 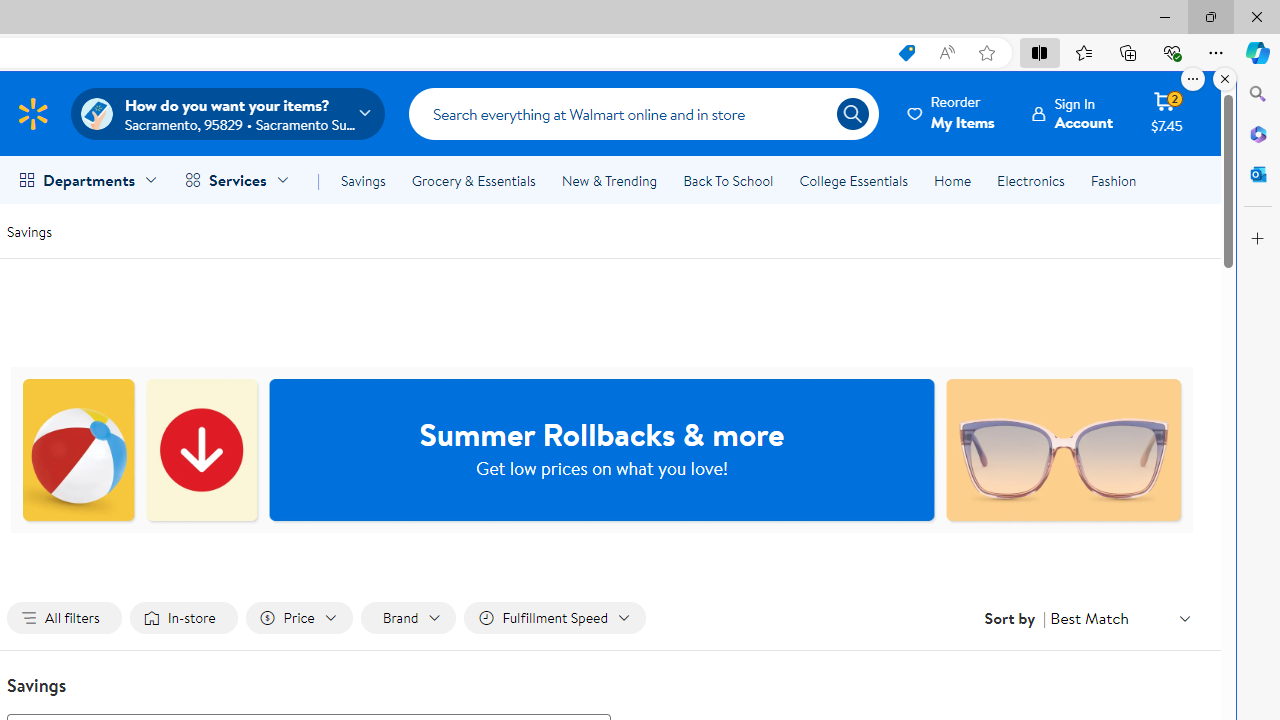 I want to click on 'College Essentials', so click(x=853, y=181).